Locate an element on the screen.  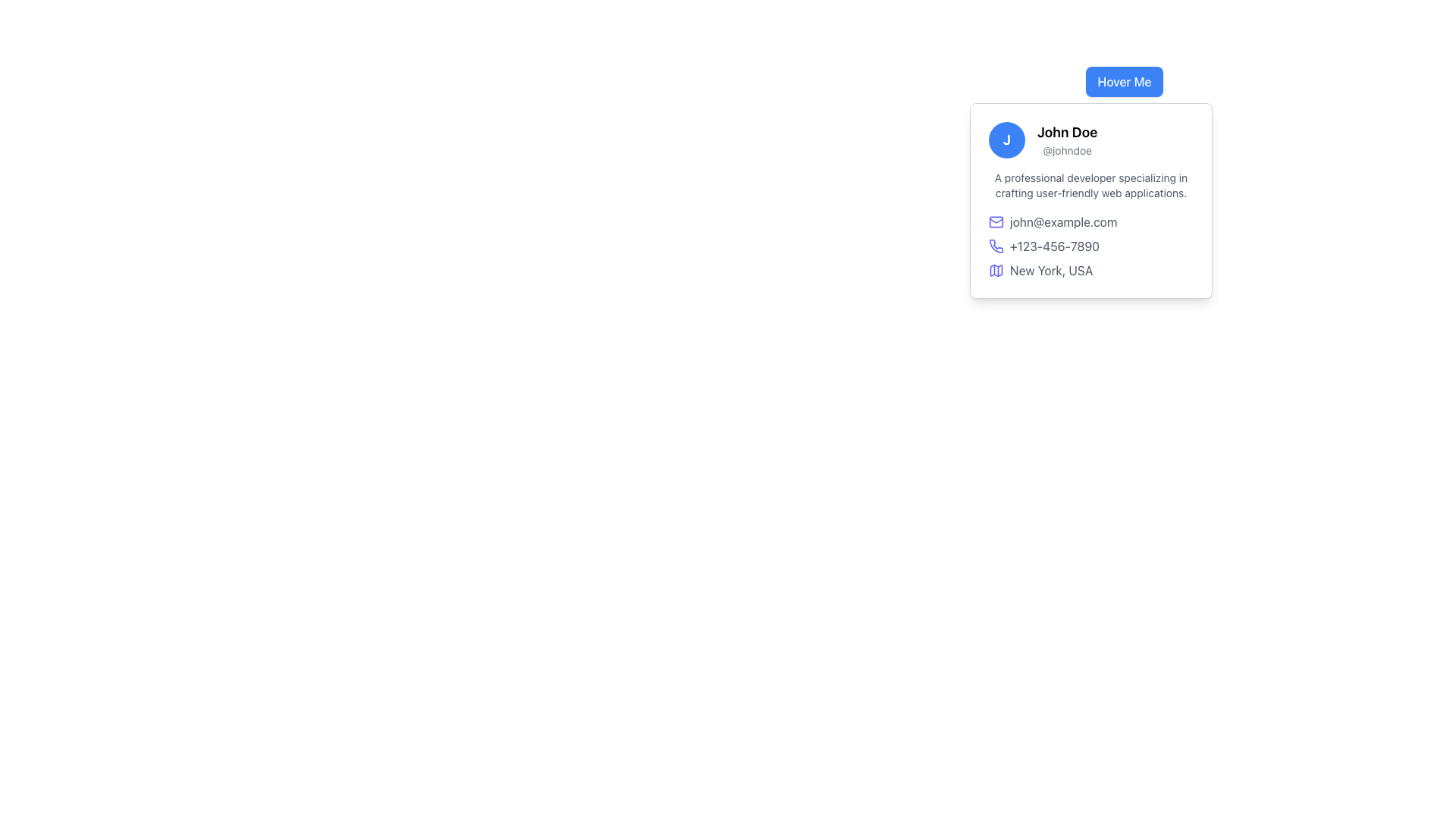
the Text Label displaying 'John Doe', which serves as the primary identifier in the profile card UI is located at coordinates (1066, 131).